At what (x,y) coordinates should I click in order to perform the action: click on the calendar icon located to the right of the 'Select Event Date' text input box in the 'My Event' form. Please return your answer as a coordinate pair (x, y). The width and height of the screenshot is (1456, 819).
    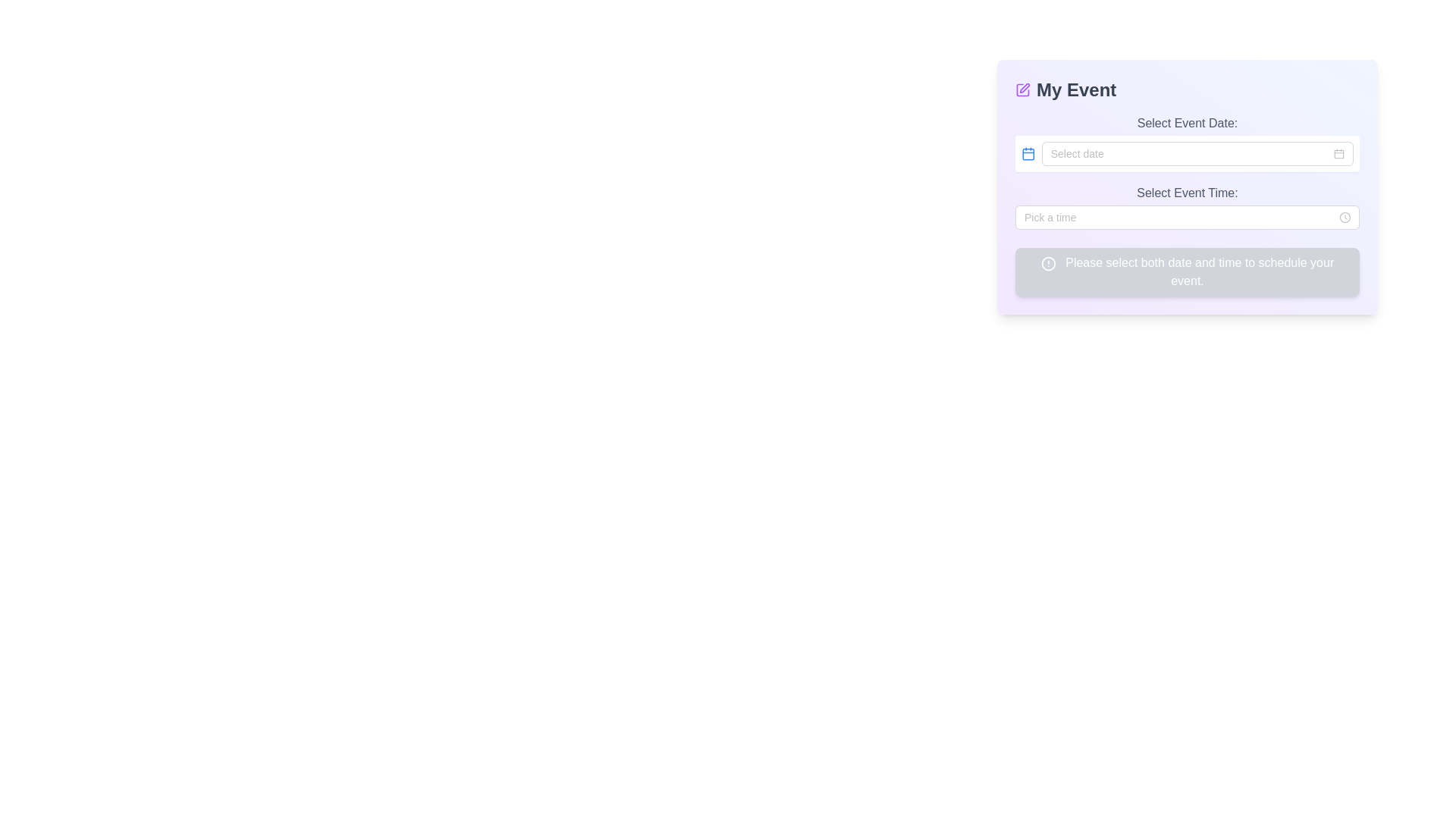
    Looking at the image, I should click on (1339, 154).